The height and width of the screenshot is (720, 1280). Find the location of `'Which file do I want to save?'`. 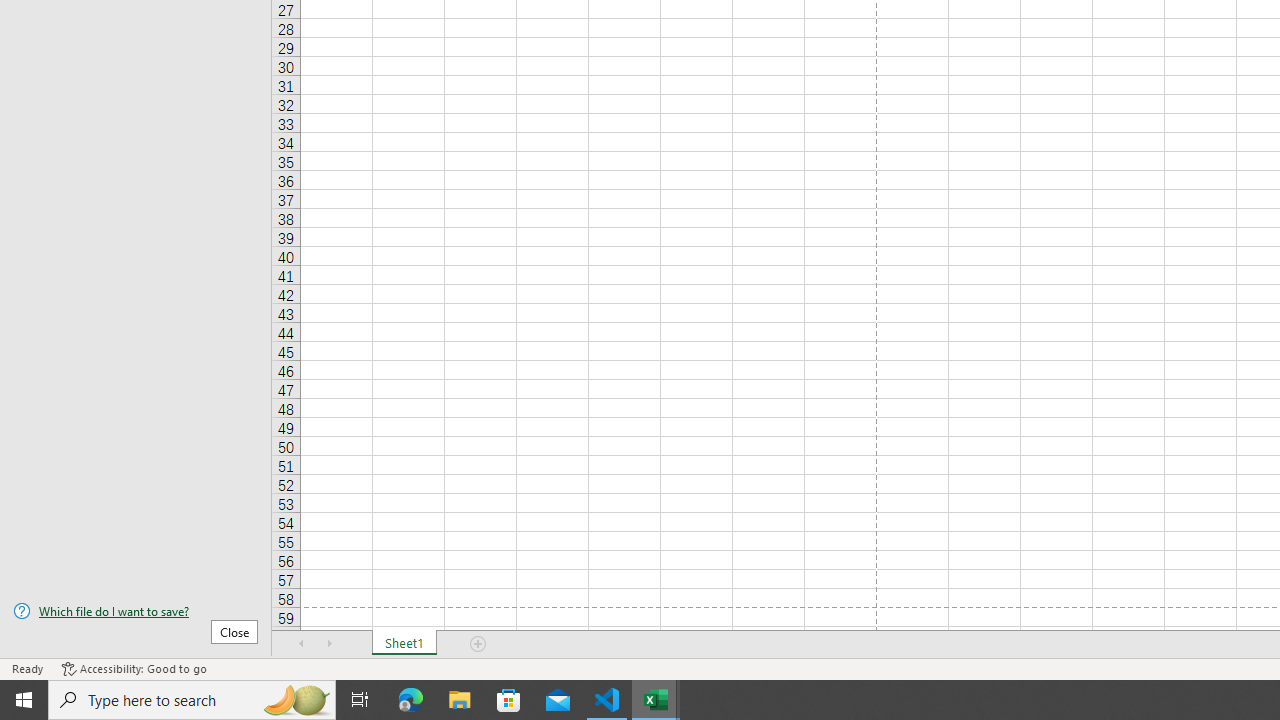

'Which file do I want to save?' is located at coordinates (135, 610).